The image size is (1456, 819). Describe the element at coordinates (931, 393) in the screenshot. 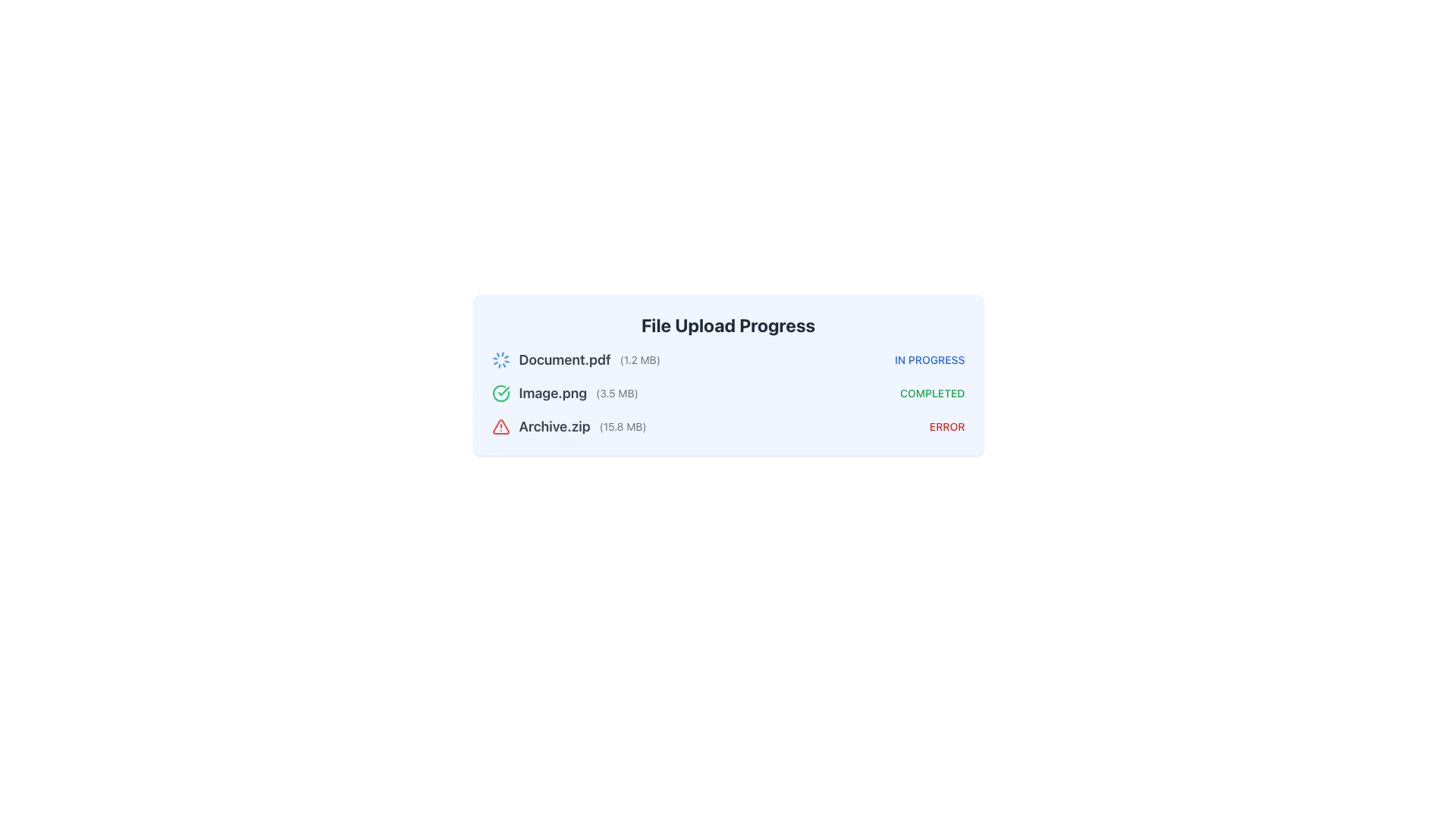

I see `the status indicator label for the uploaded file 'Image.png (3.5 MB)', located in the 'File Upload Progress' section to the far right of the row` at that location.